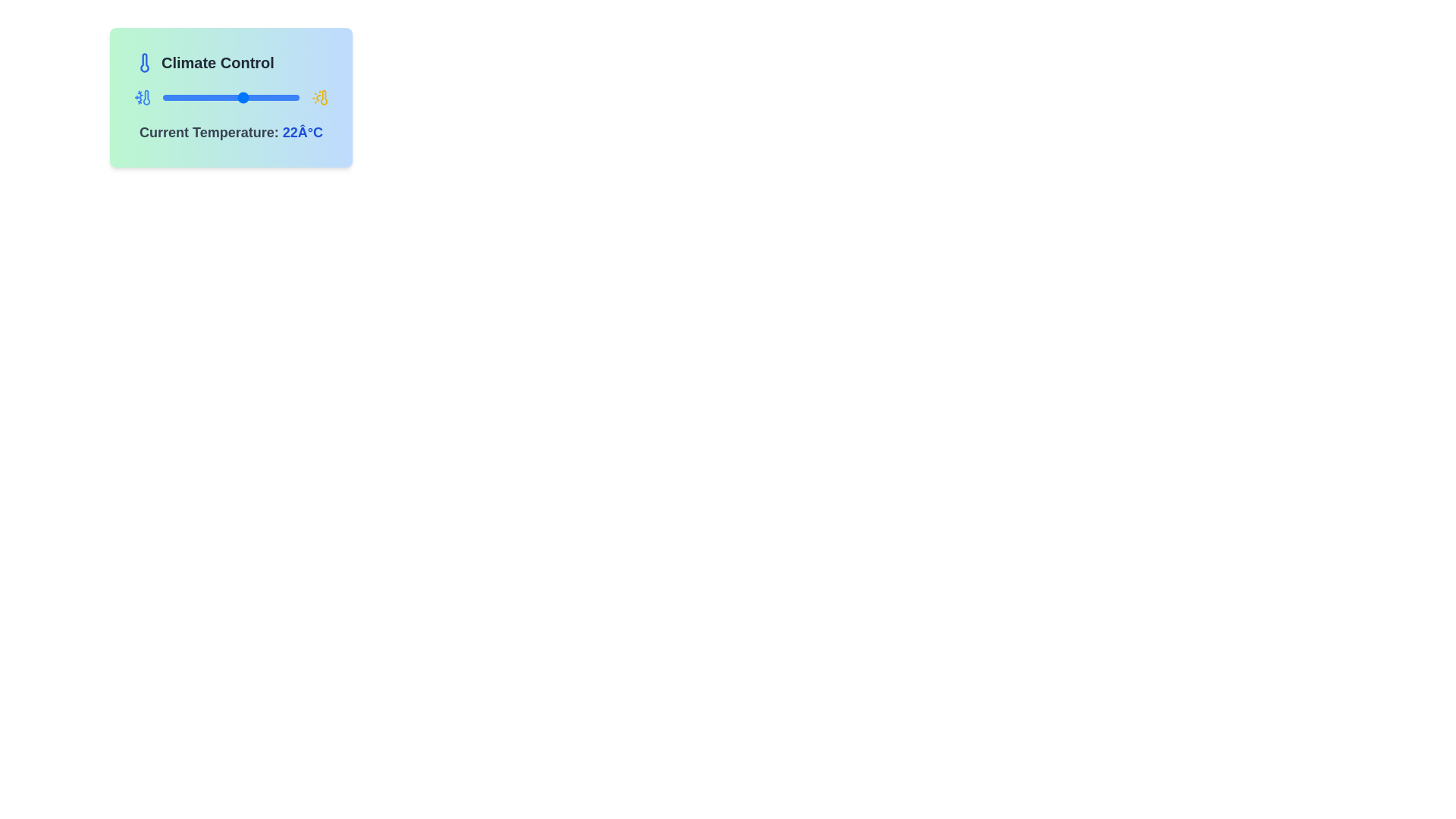 The height and width of the screenshot is (819, 1456). I want to click on the slider to set the temperature to 0°C, so click(201, 97).